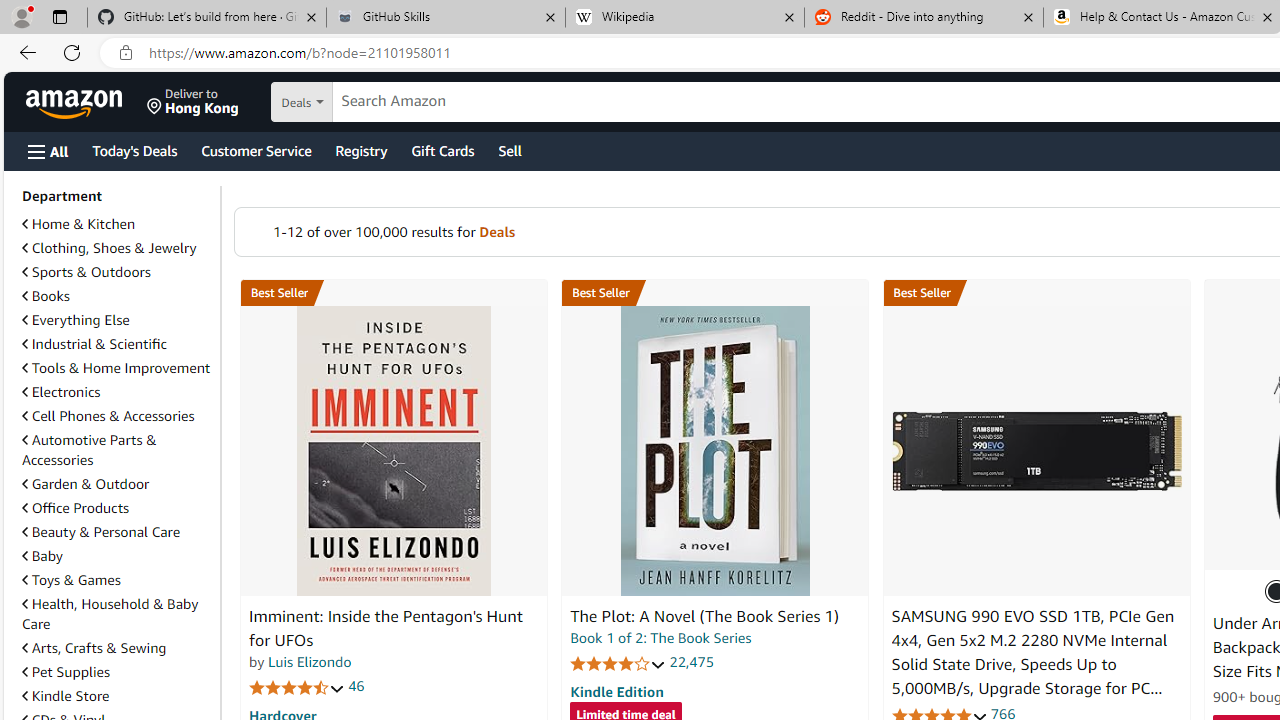 Image resolution: width=1280 pixels, height=720 pixels. Describe the element at coordinates (394, 451) in the screenshot. I see `'Imminent: Inside the Pentagon'` at that location.